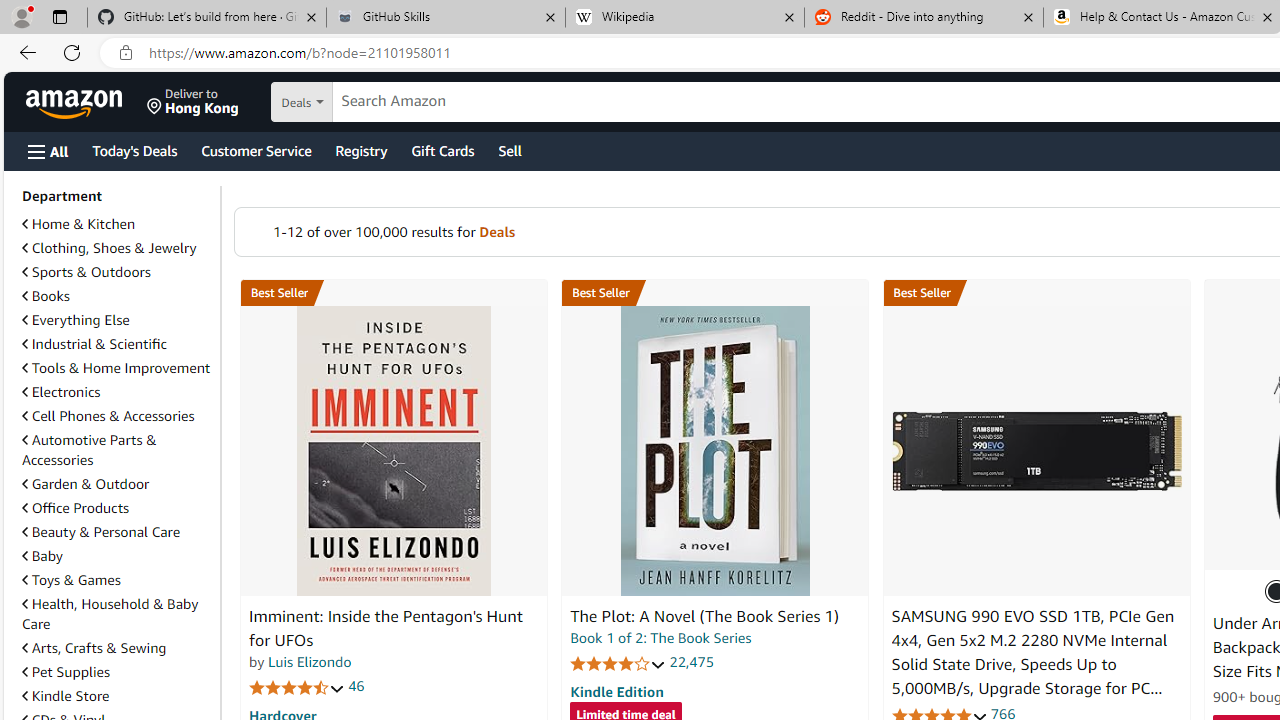 Image resolution: width=1280 pixels, height=720 pixels. Describe the element at coordinates (394, 451) in the screenshot. I see `'Imminent: Inside the Pentagon'` at that location.